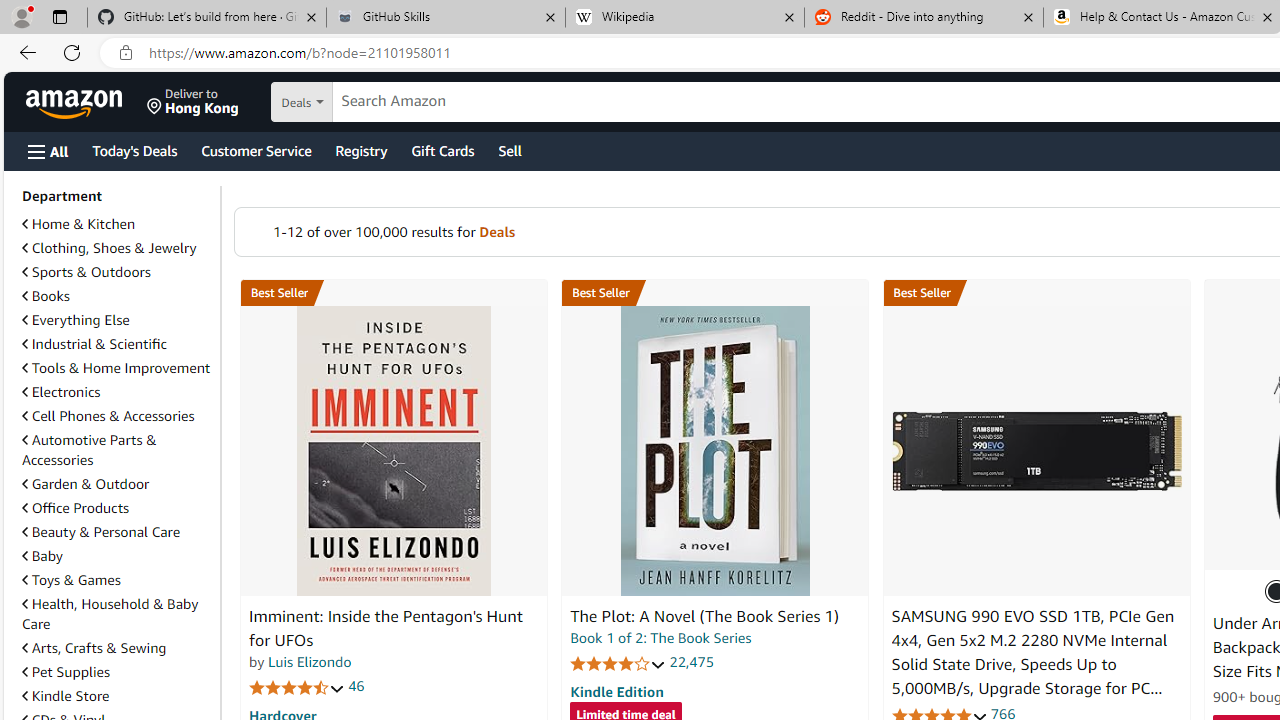 Image resolution: width=1280 pixels, height=720 pixels. Describe the element at coordinates (394, 451) in the screenshot. I see `'Imminent: Inside the Pentagon'` at that location.